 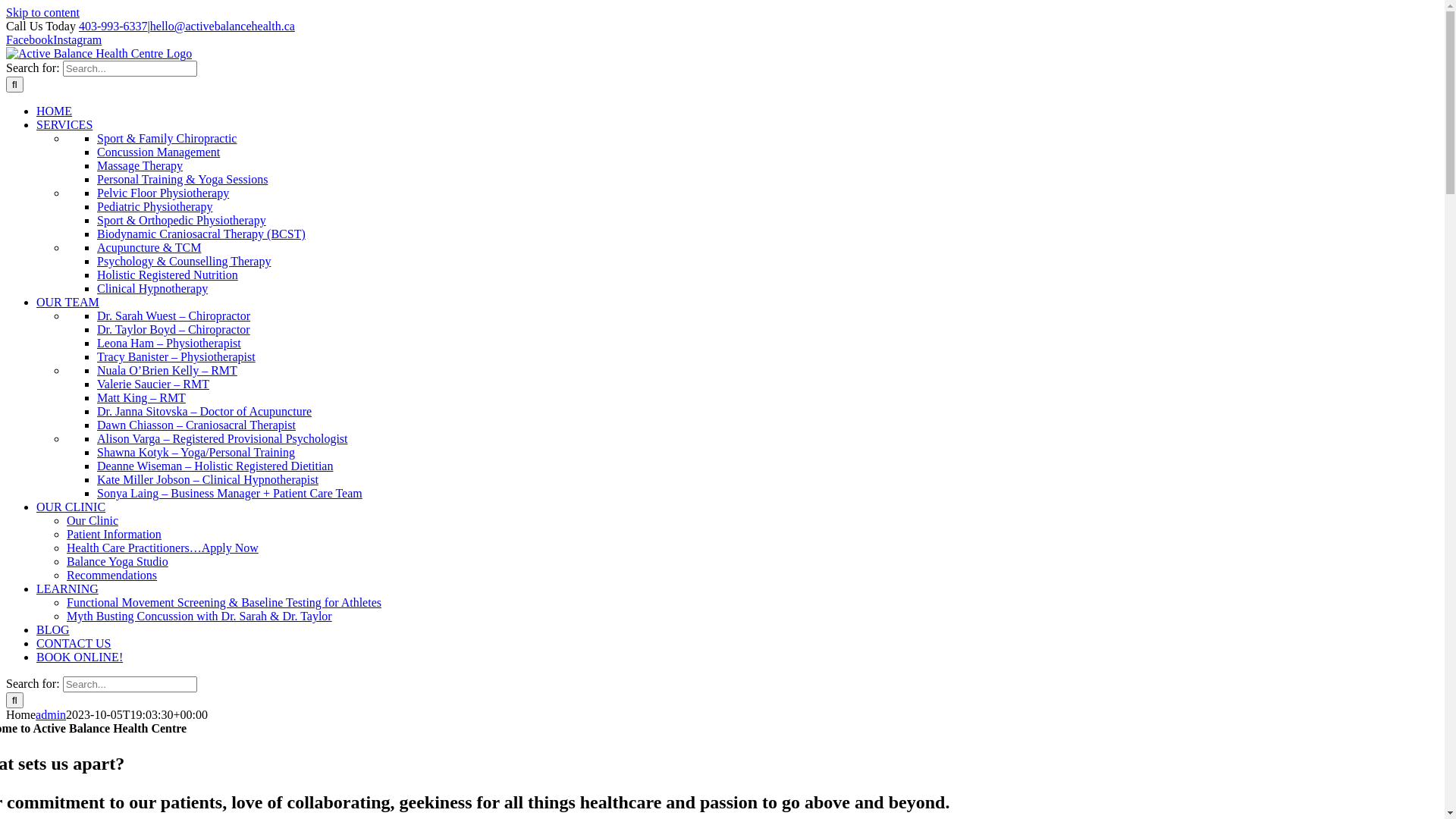 What do you see at coordinates (155, 206) in the screenshot?
I see `'Pediatric Physiotherapy'` at bounding box center [155, 206].